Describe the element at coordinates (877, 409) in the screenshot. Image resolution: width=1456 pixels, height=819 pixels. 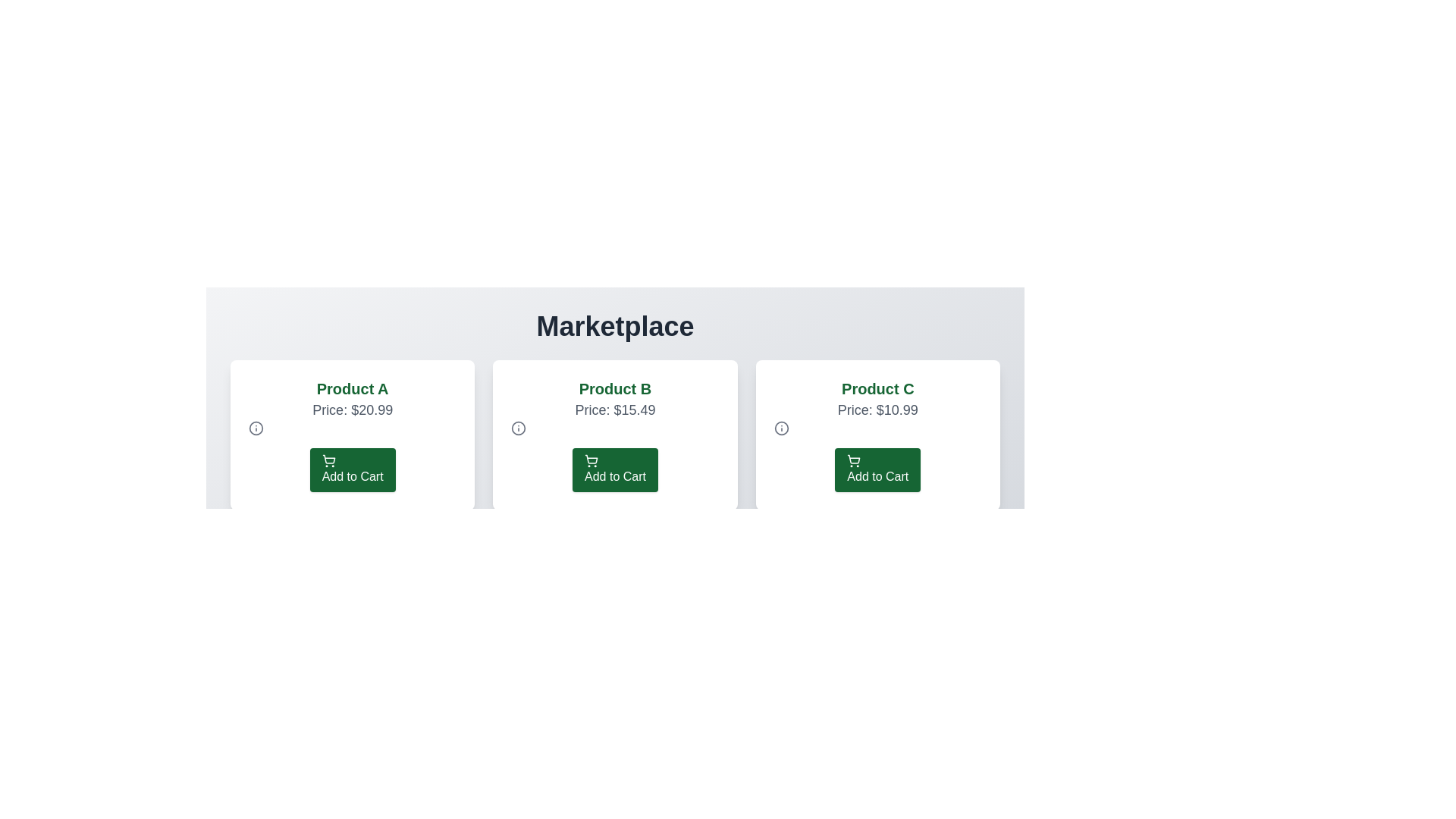
I see `price information displayed in the text element located below the title 'Product C' in the middle-right section of the product layout` at that location.